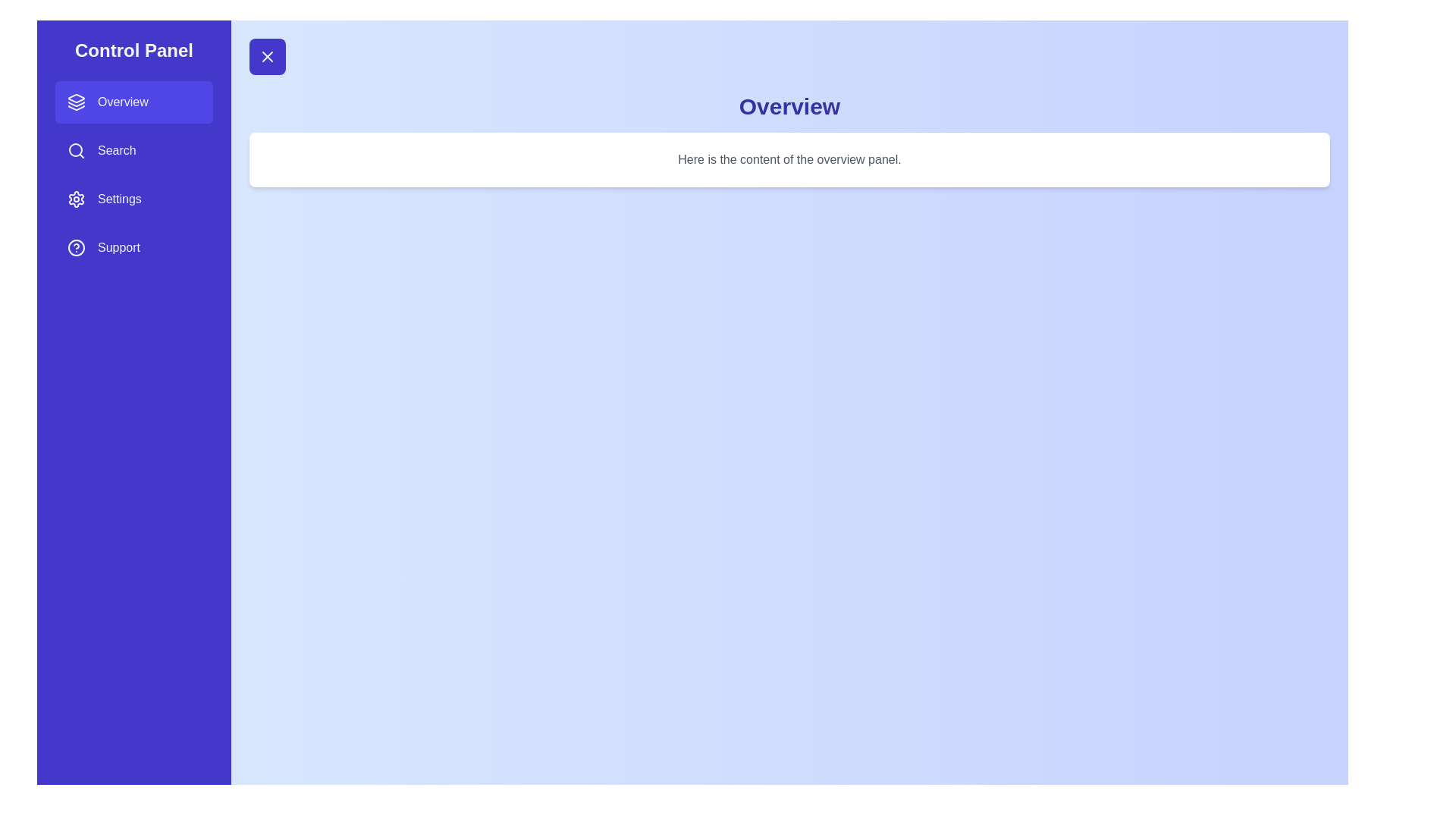  I want to click on the panel Settings from the sidebar, so click(134, 198).